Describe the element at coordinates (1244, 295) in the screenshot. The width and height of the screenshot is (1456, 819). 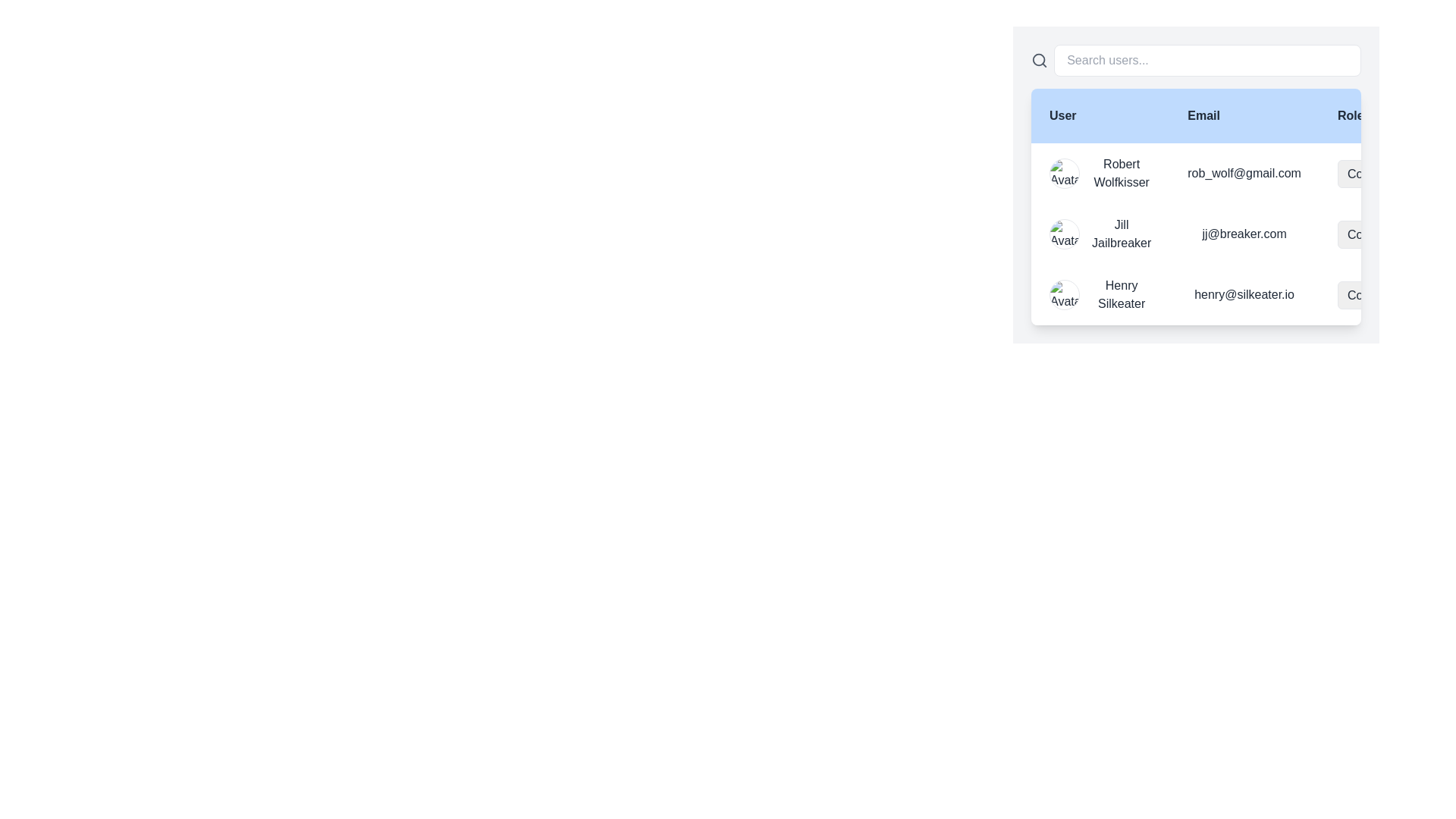
I see `the email address 'henry@silkeater.io' displayed in the table under the 'Email' column for copying` at that location.